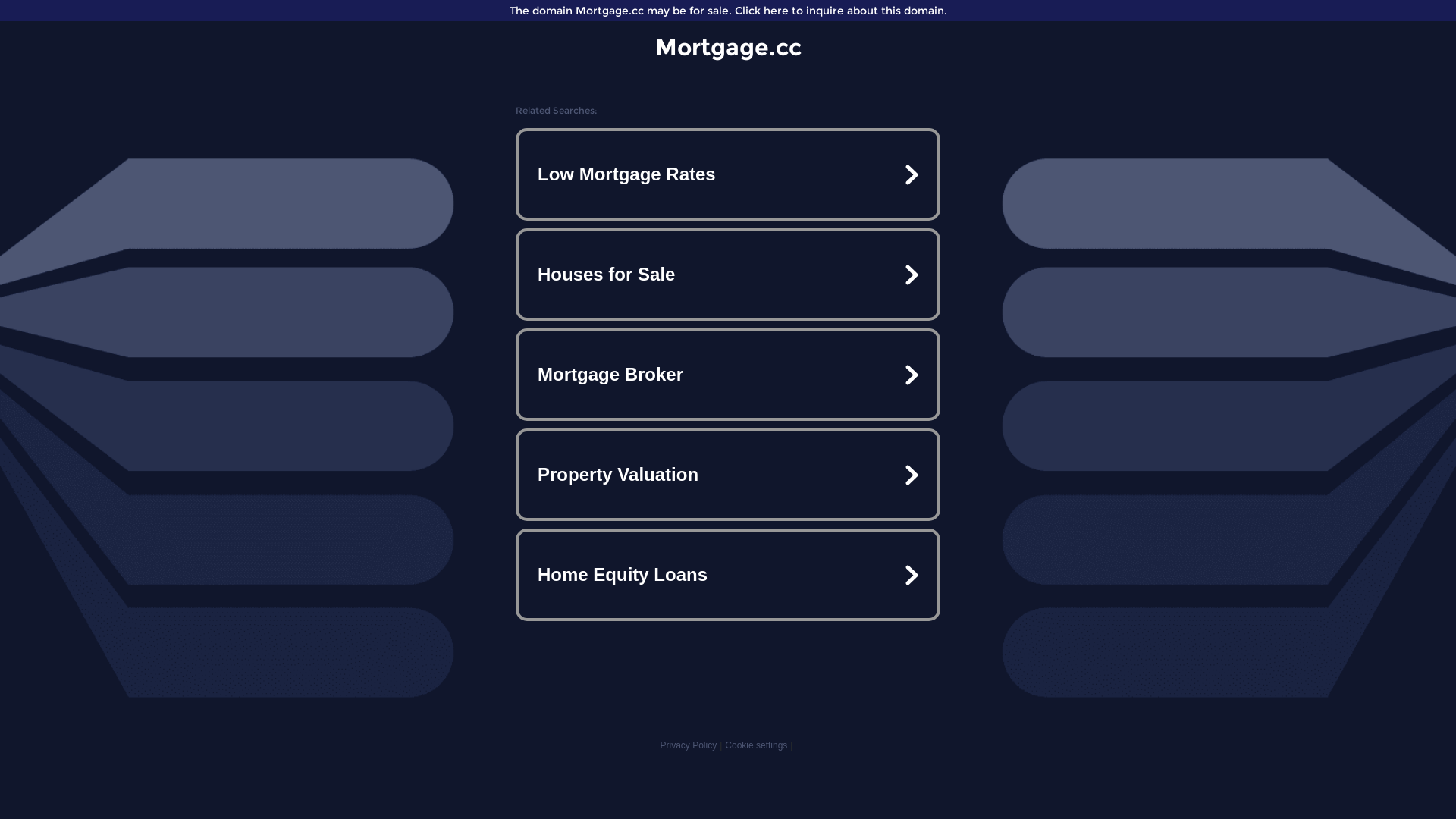 The image size is (1456, 819). I want to click on 'Mortgage.cc', so click(728, 46).